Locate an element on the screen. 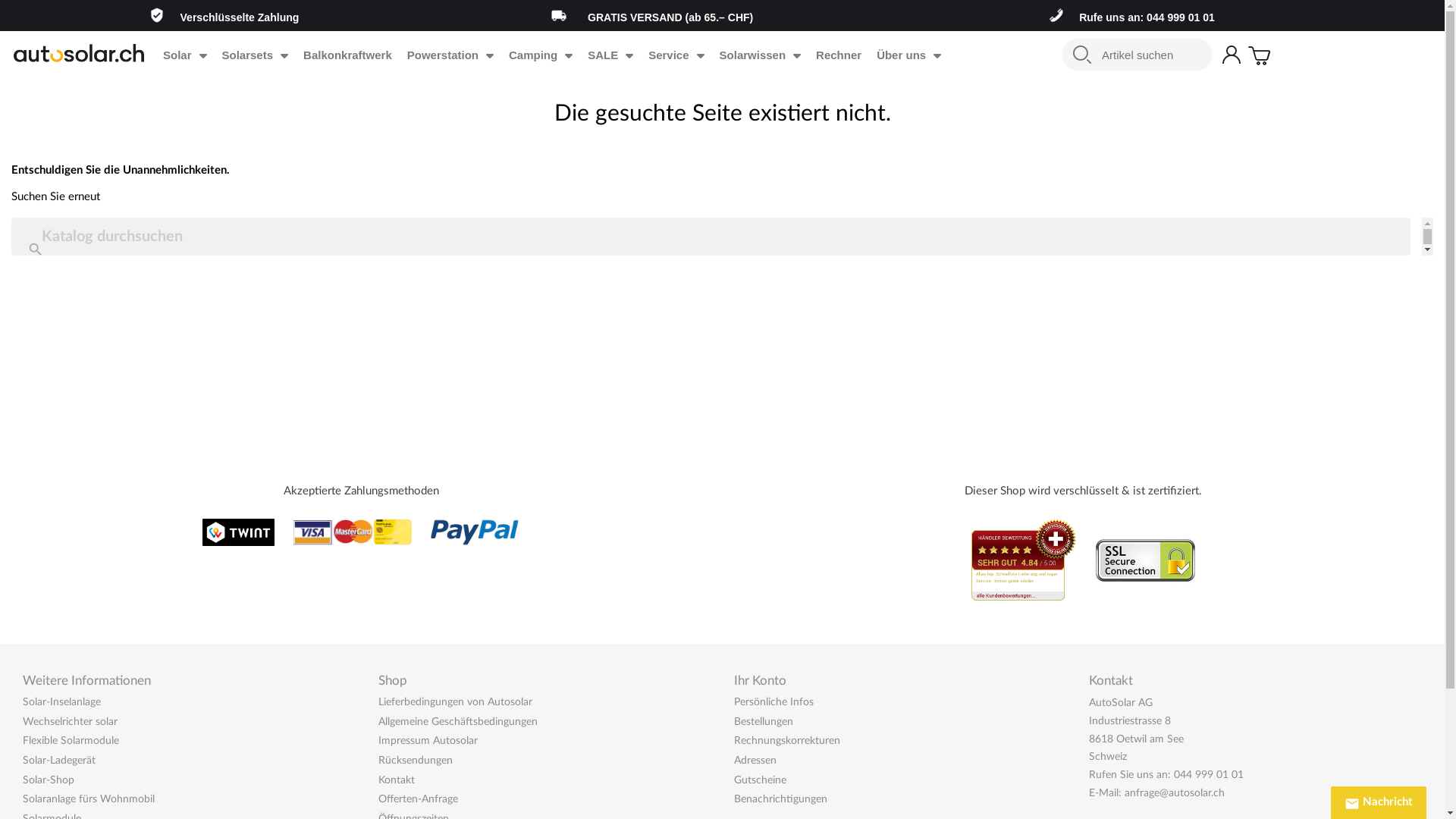 Image resolution: width=1456 pixels, height=819 pixels. 'Rufe uns an: 044 999 01 01' is located at coordinates (1147, 17).